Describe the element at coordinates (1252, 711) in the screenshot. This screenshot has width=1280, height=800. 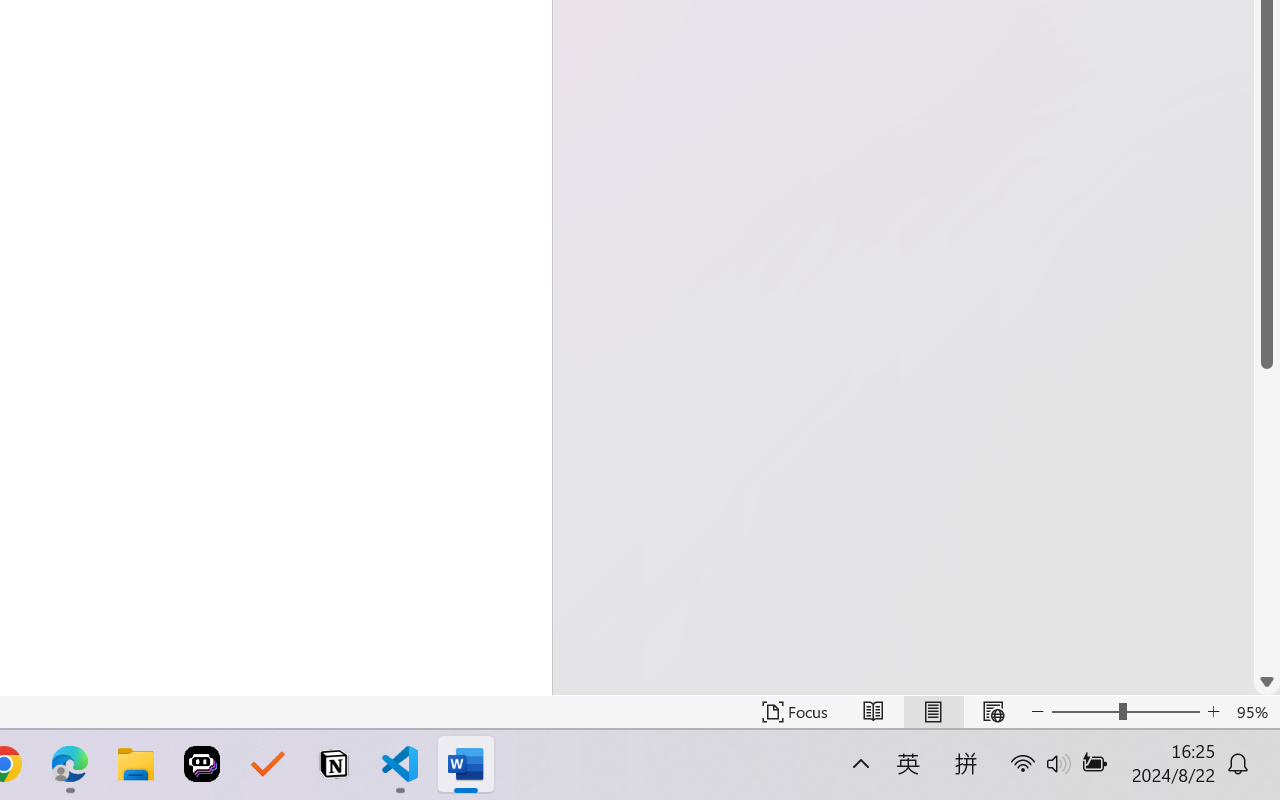
I see `'Zoom 95%'` at that location.